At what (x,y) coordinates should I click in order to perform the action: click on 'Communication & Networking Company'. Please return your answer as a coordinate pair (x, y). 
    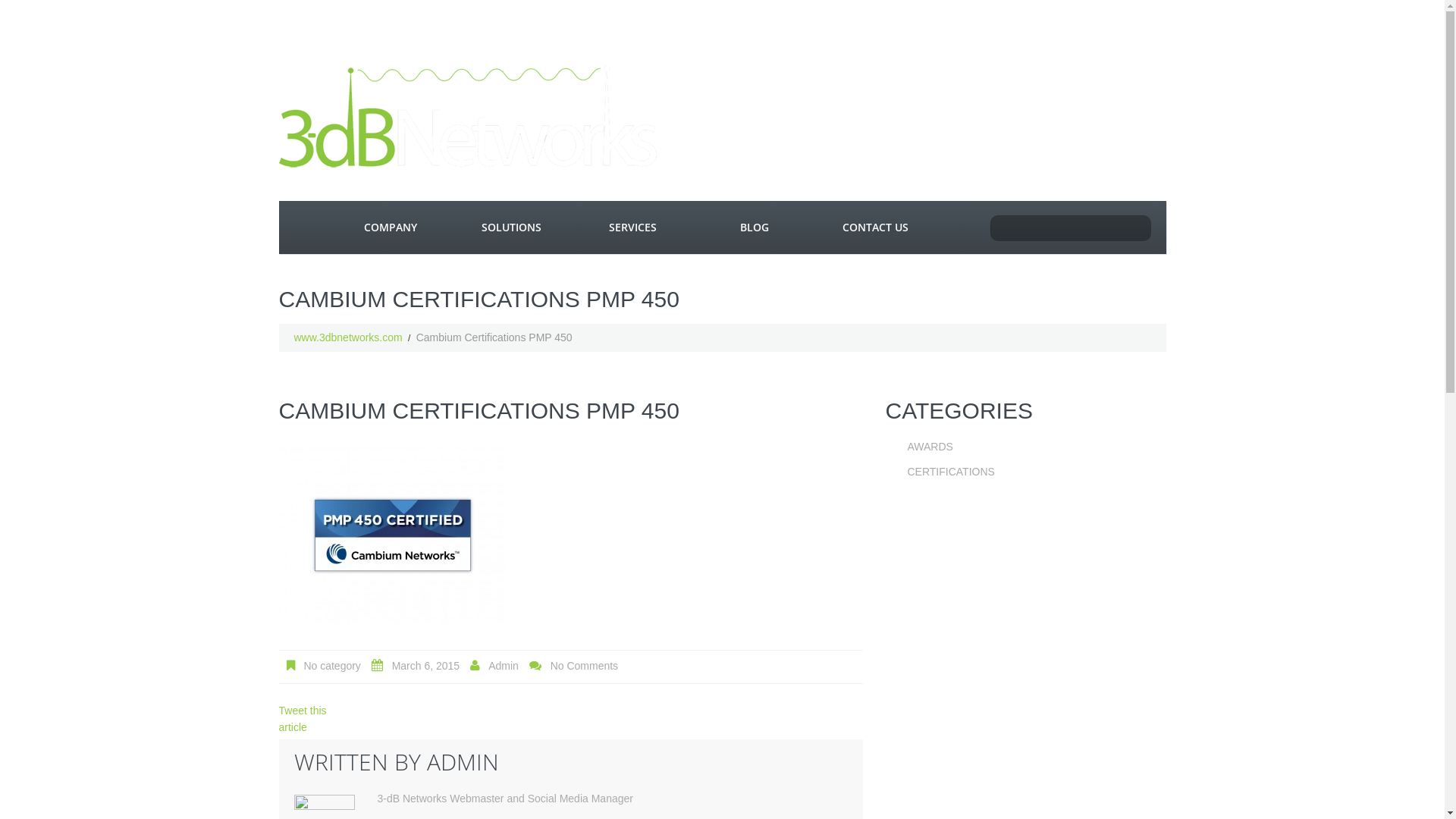
    Looking at the image, I should click on (468, 116).